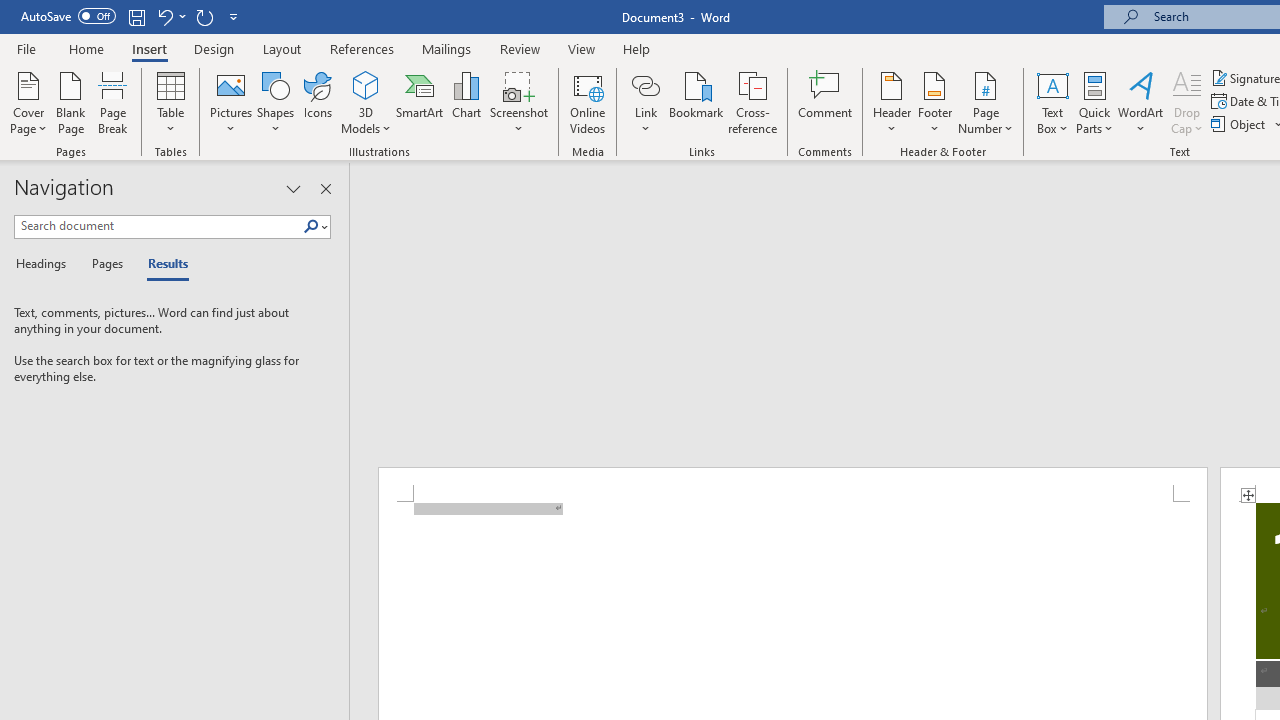 The height and width of the screenshot is (720, 1280). Describe the element at coordinates (161, 264) in the screenshot. I see `'Results'` at that location.